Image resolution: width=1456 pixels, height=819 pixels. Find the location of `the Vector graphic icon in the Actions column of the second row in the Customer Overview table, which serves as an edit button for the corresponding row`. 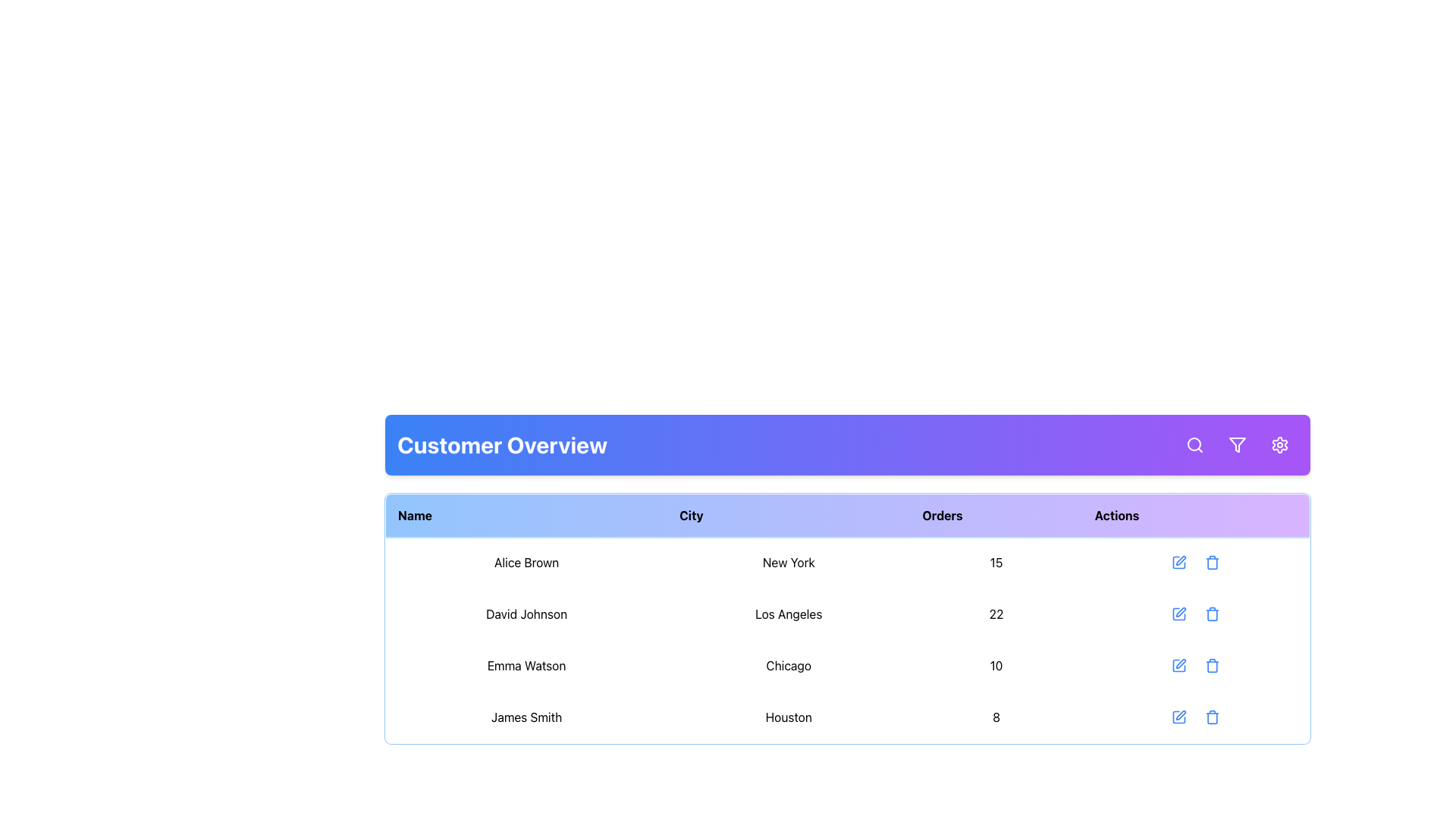

the Vector graphic icon in the Actions column of the second row in the Customer Overview table, which serves as an edit button for the corresponding row is located at coordinates (1178, 614).